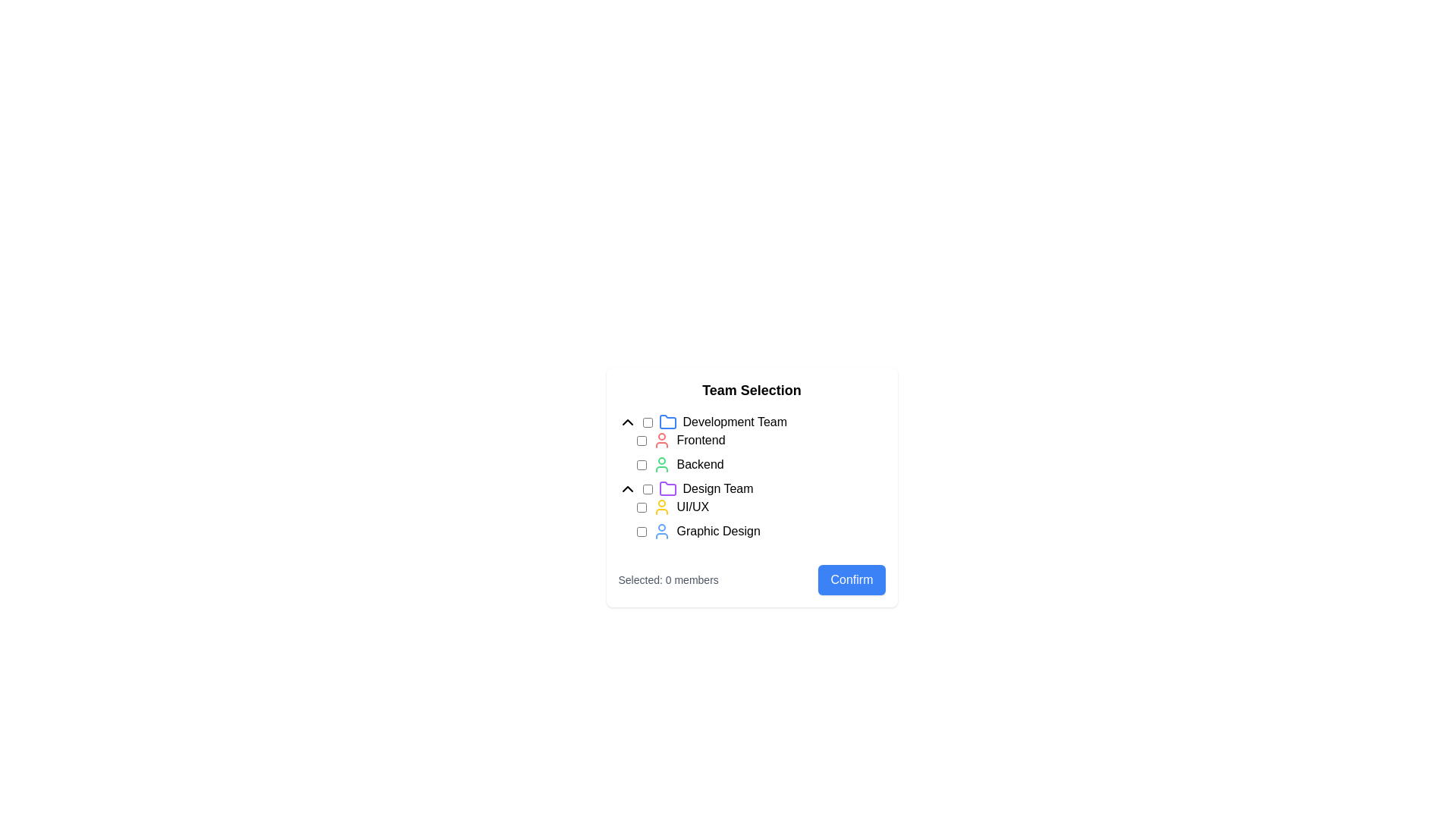 The width and height of the screenshot is (1456, 819). Describe the element at coordinates (641, 507) in the screenshot. I see `the checkbox that allows users to select or deselect the 'UI/UX' option located in the 'Design Team' section` at that location.